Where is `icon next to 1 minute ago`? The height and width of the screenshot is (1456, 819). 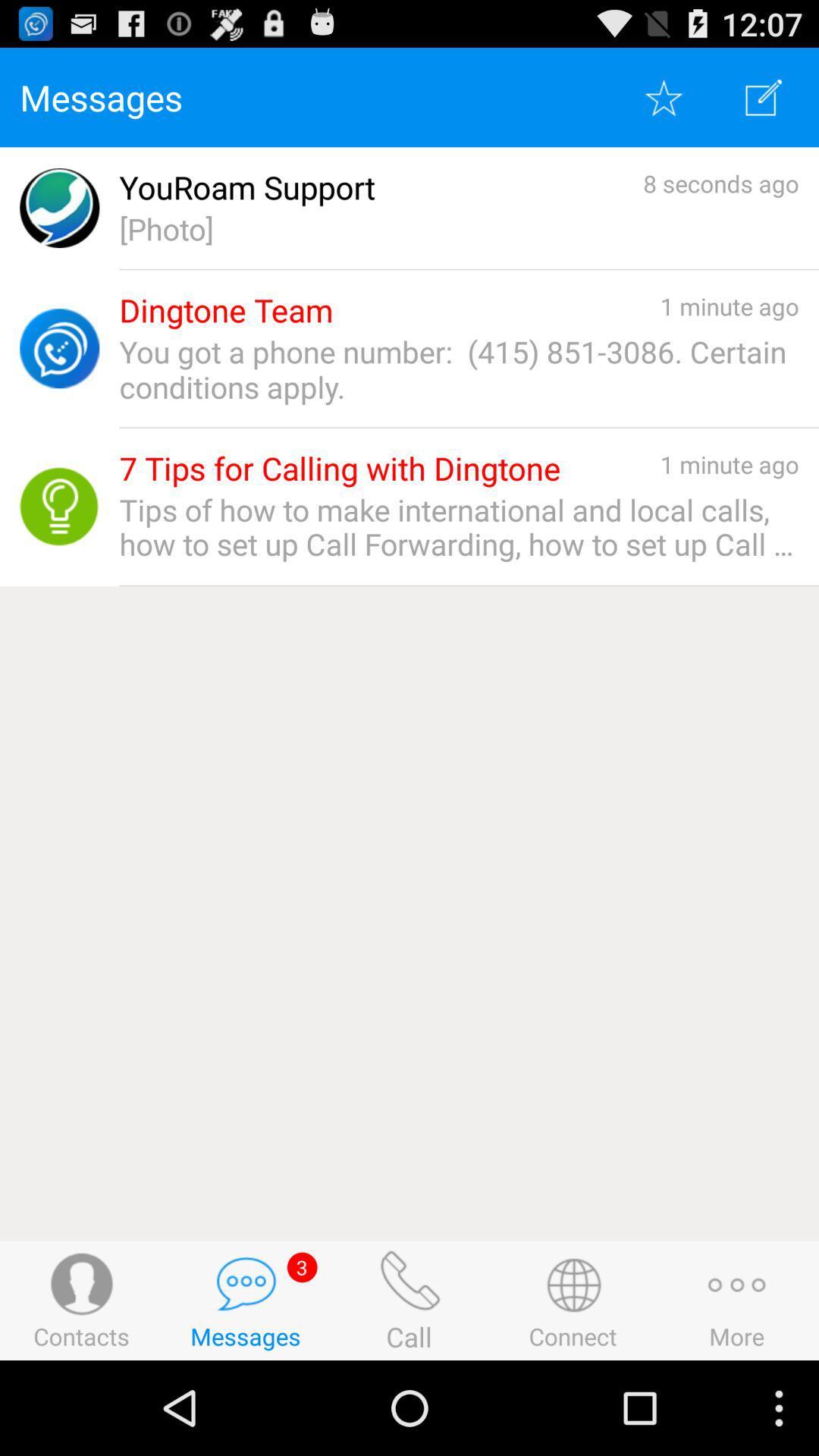 icon next to 1 minute ago is located at coordinates (226, 309).